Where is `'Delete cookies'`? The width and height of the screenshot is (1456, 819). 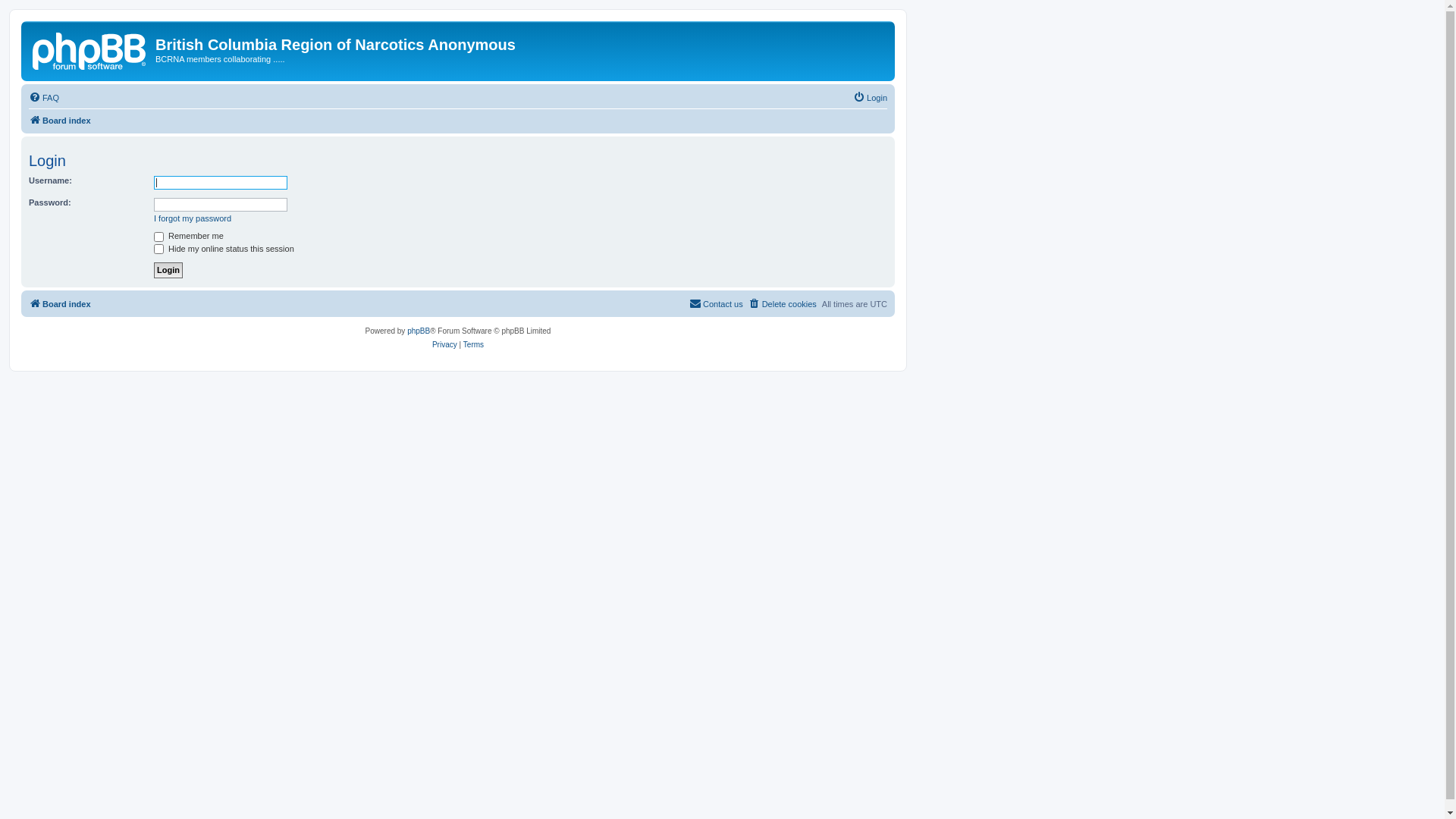 'Delete cookies' is located at coordinates (783, 304).